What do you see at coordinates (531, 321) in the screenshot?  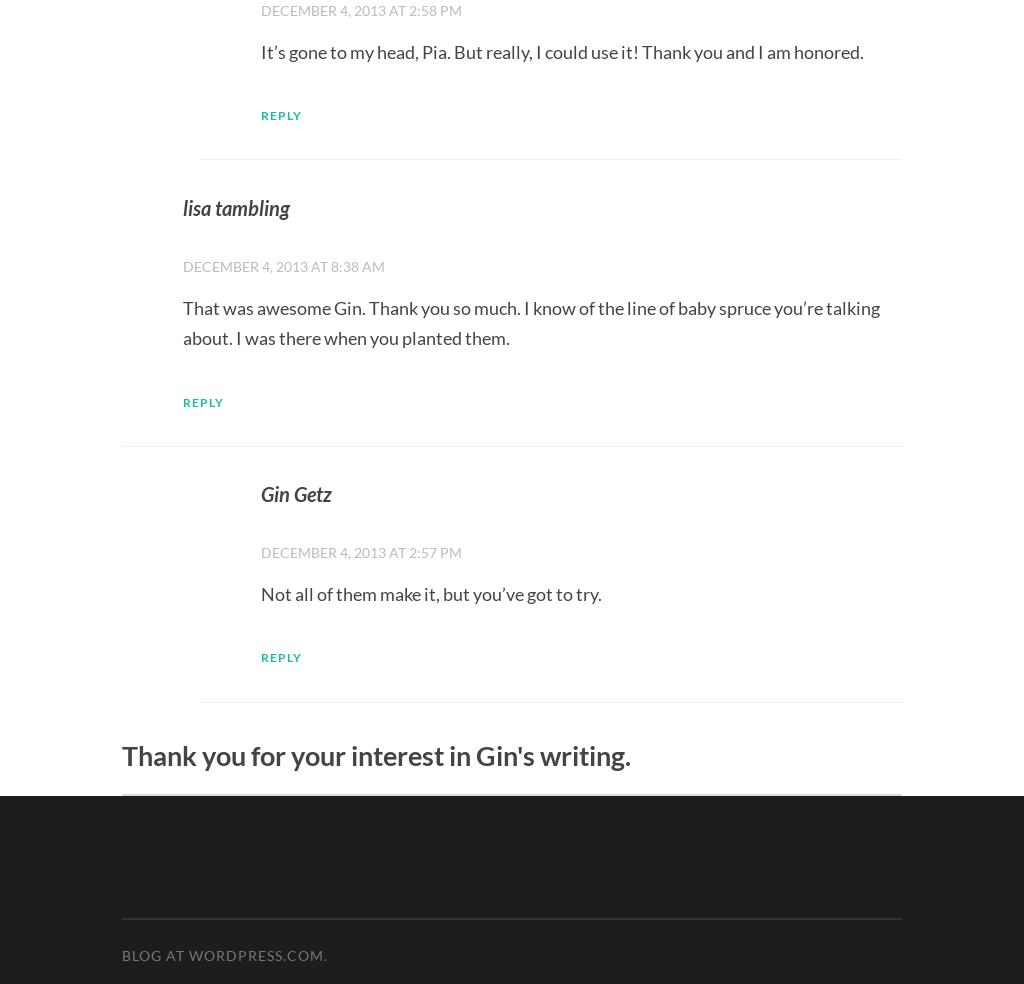 I see `'That was awesome Gin.  Thank you so much.  I know of the line of baby spruce you’re talking about.  I was there when you planted them.'` at bounding box center [531, 321].